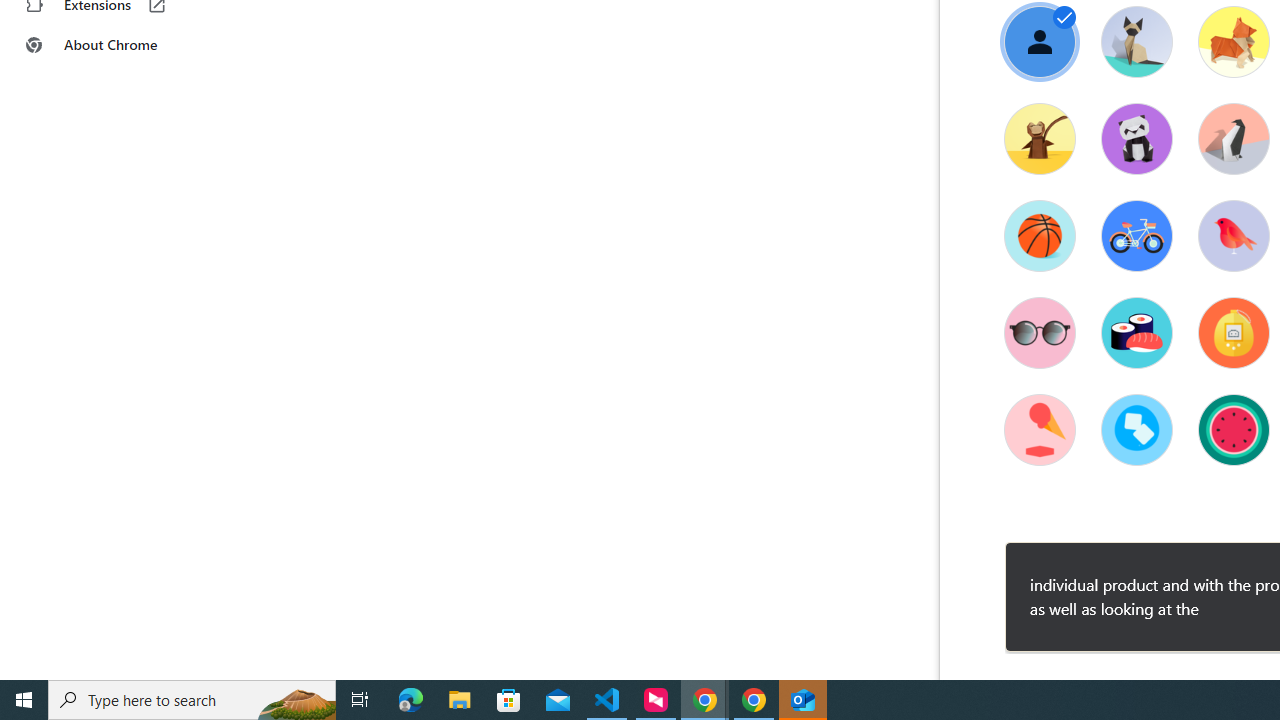  Describe the element at coordinates (123, 45) in the screenshot. I see `'About Chrome'` at that location.